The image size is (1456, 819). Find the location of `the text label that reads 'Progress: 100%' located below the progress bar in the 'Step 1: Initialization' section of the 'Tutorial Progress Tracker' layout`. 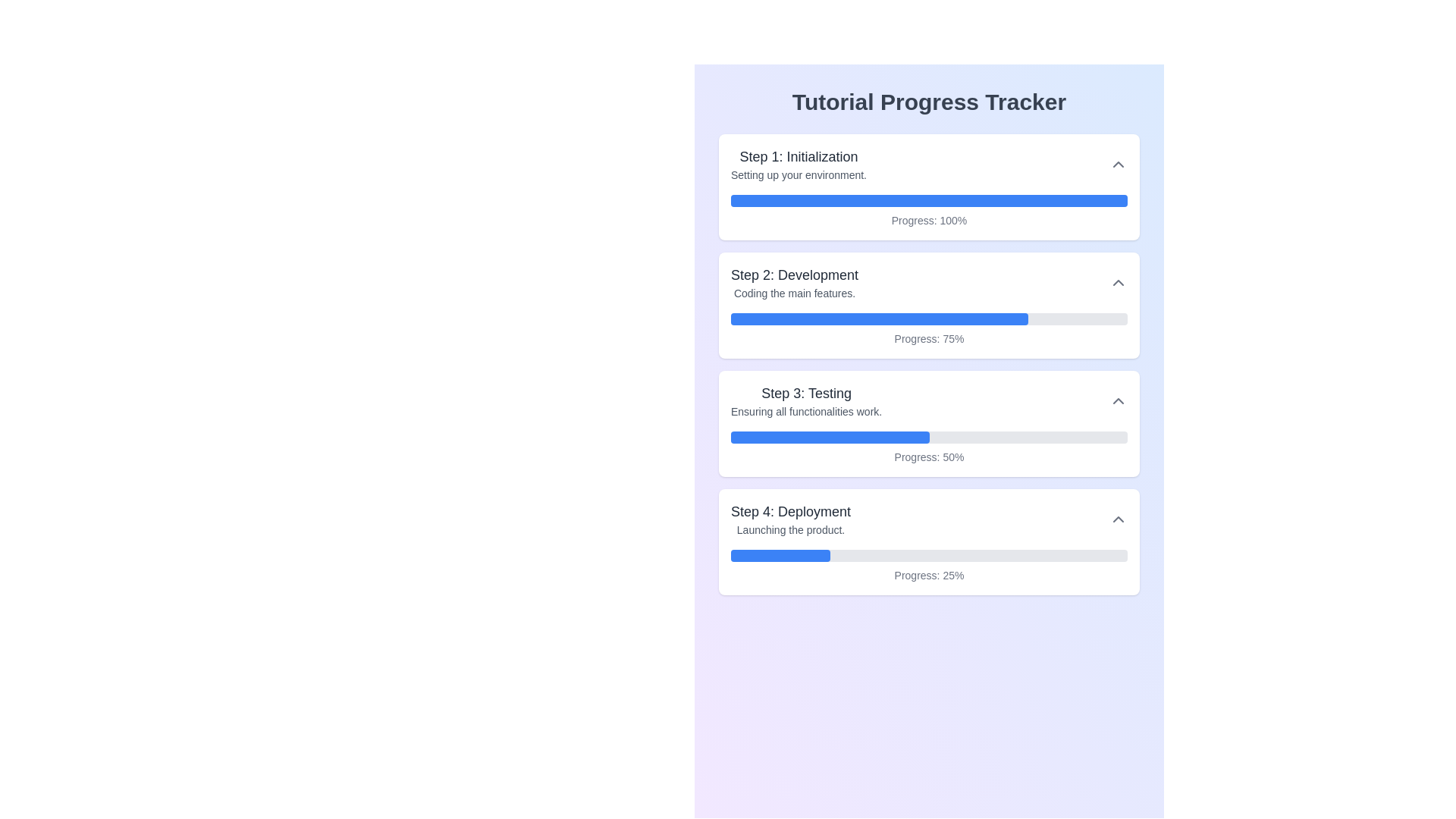

the text label that reads 'Progress: 100%' located below the progress bar in the 'Step 1: Initialization' section of the 'Tutorial Progress Tracker' layout is located at coordinates (928, 220).